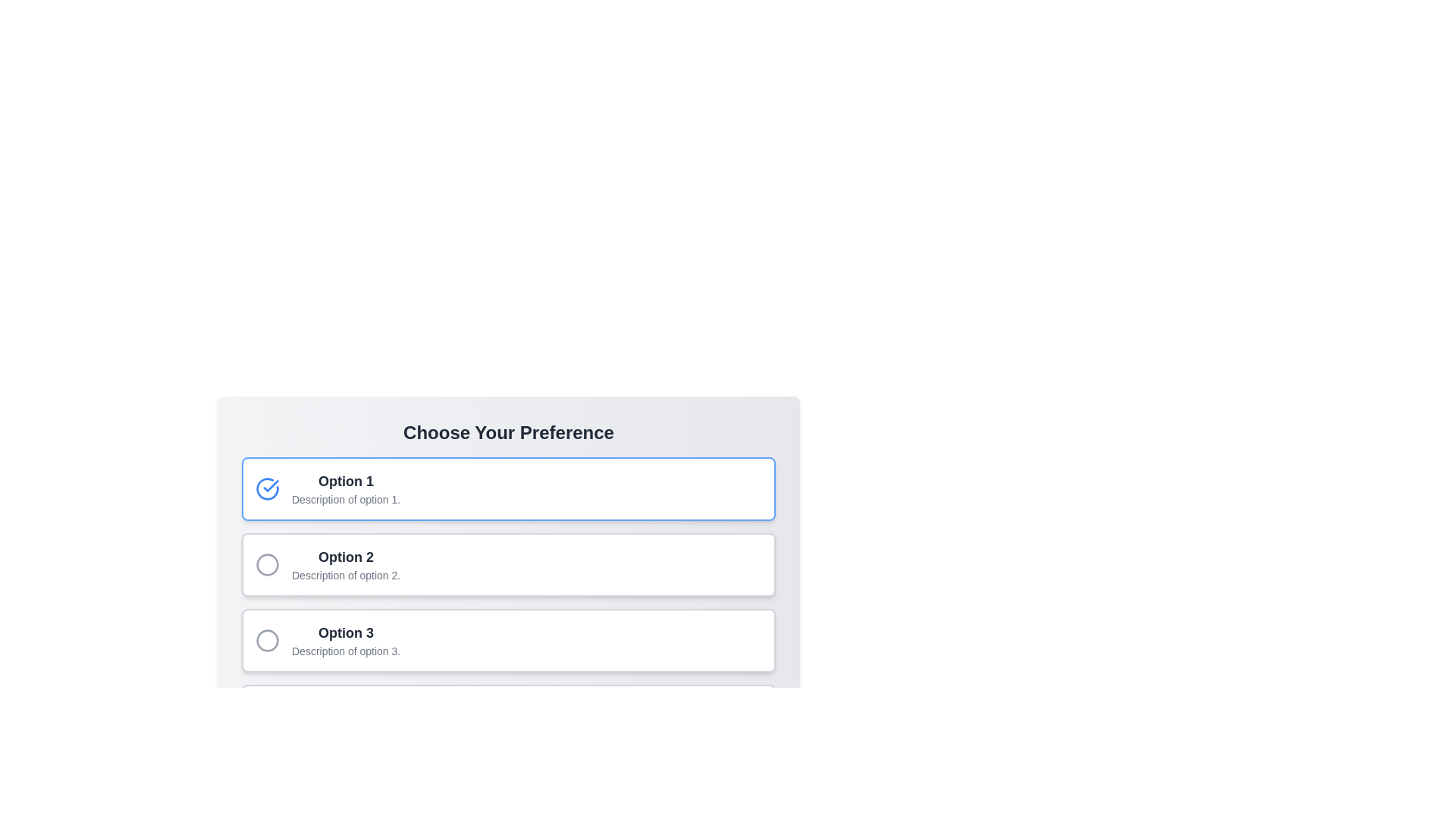 The image size is (1456, 819). I want to click on the text element reading 'Description of option 1.' which is located below the bolded text 'Option 1' in the selectable card interface, so click(345, 500).